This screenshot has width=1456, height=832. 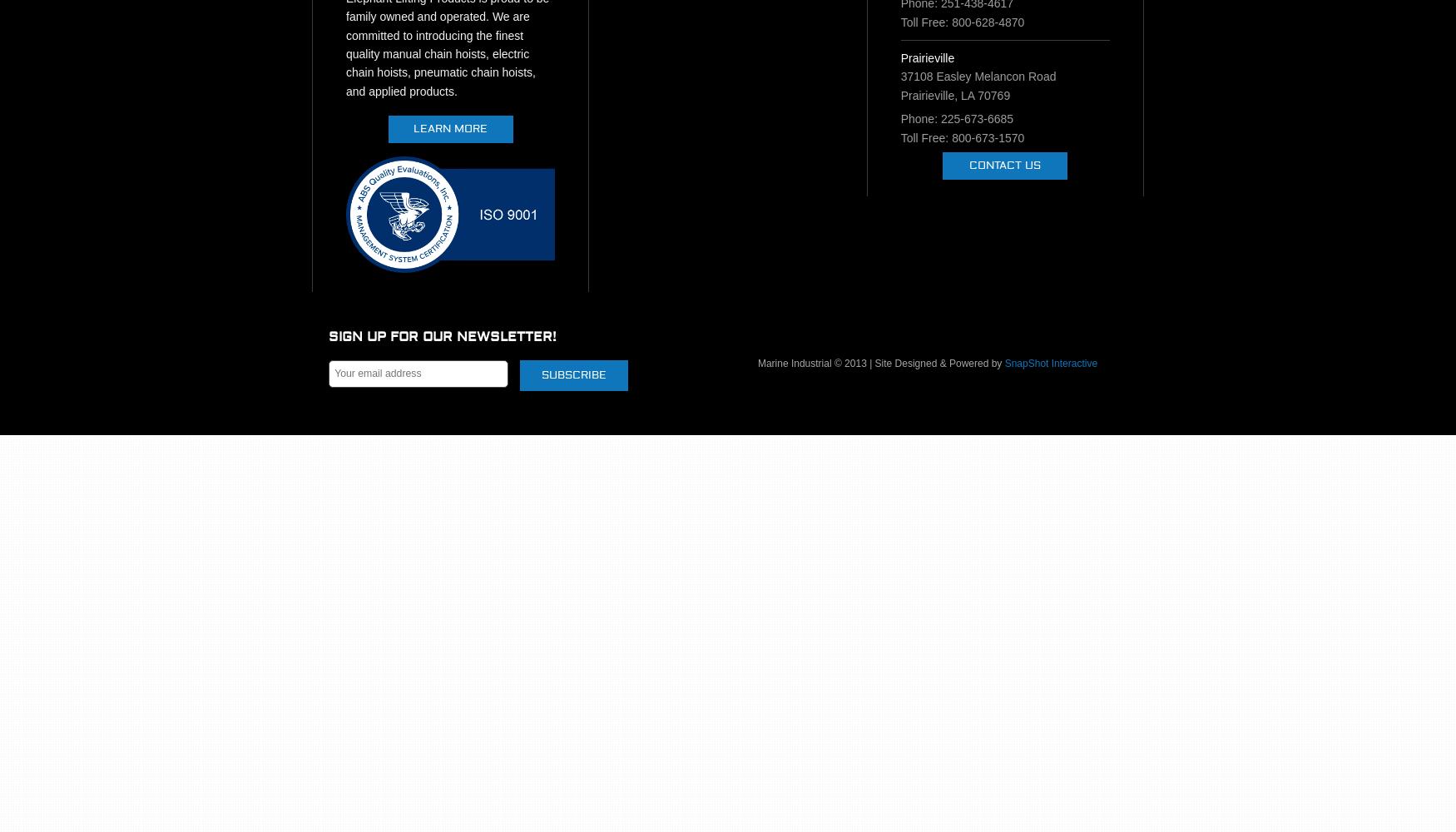 I want to click on '37108 Easley Melancon Road', so click(x=977, y=76).